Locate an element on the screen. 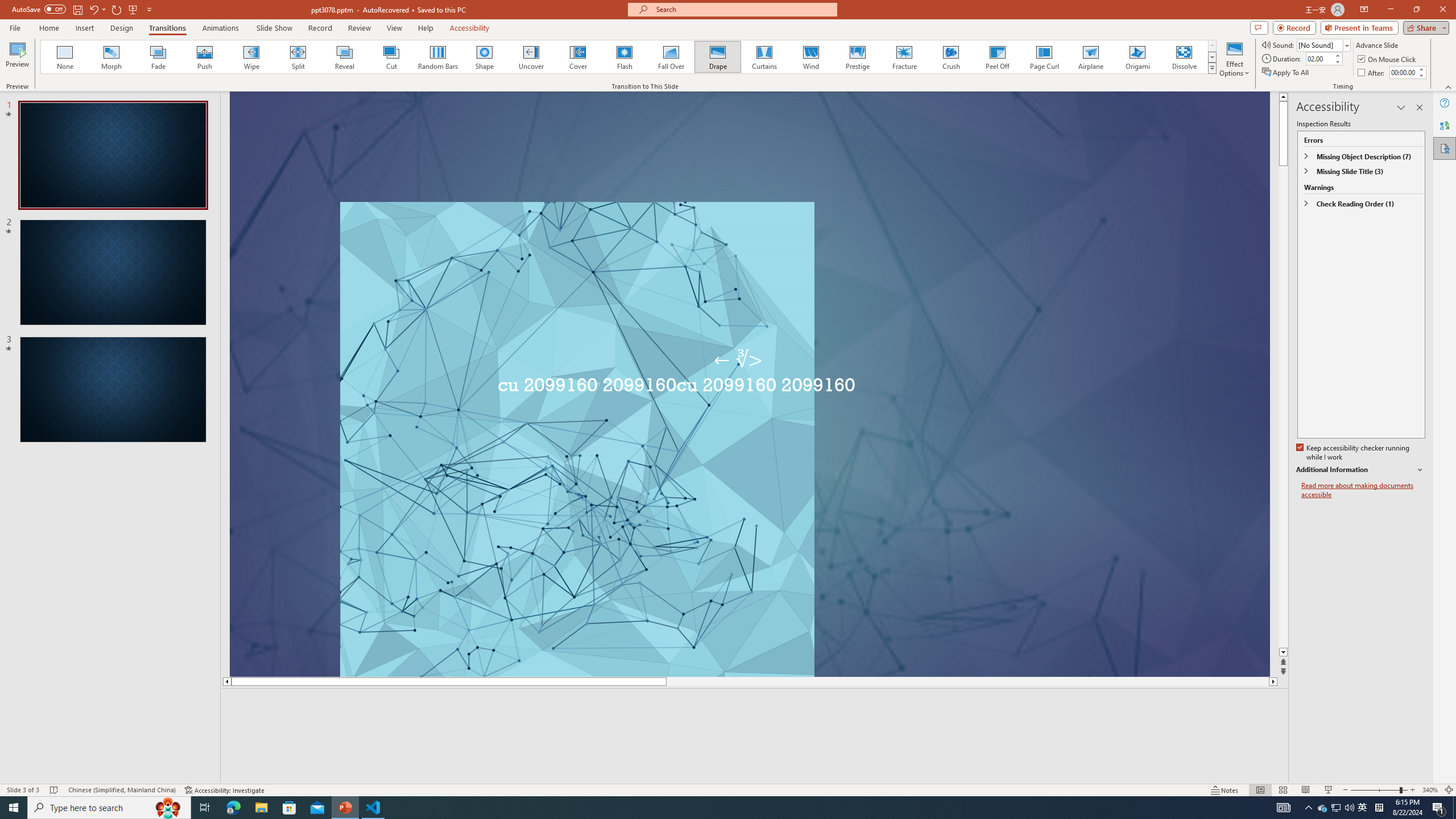 The height and width of the screenshot is (819, 1456). 'Dissolve' is located at coordinates (1183, 56).